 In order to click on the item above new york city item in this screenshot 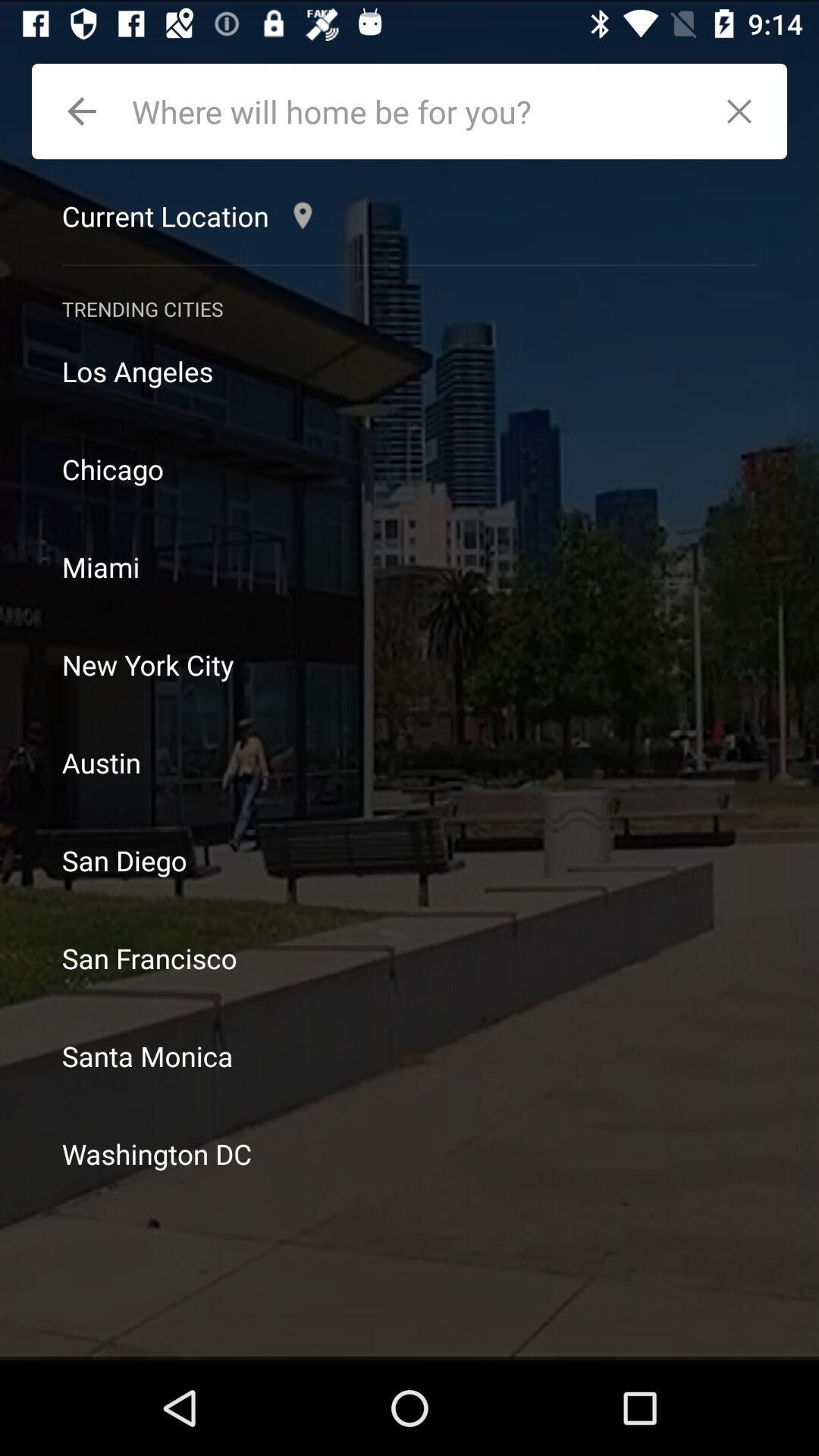, I will do `click(409, 566)`.